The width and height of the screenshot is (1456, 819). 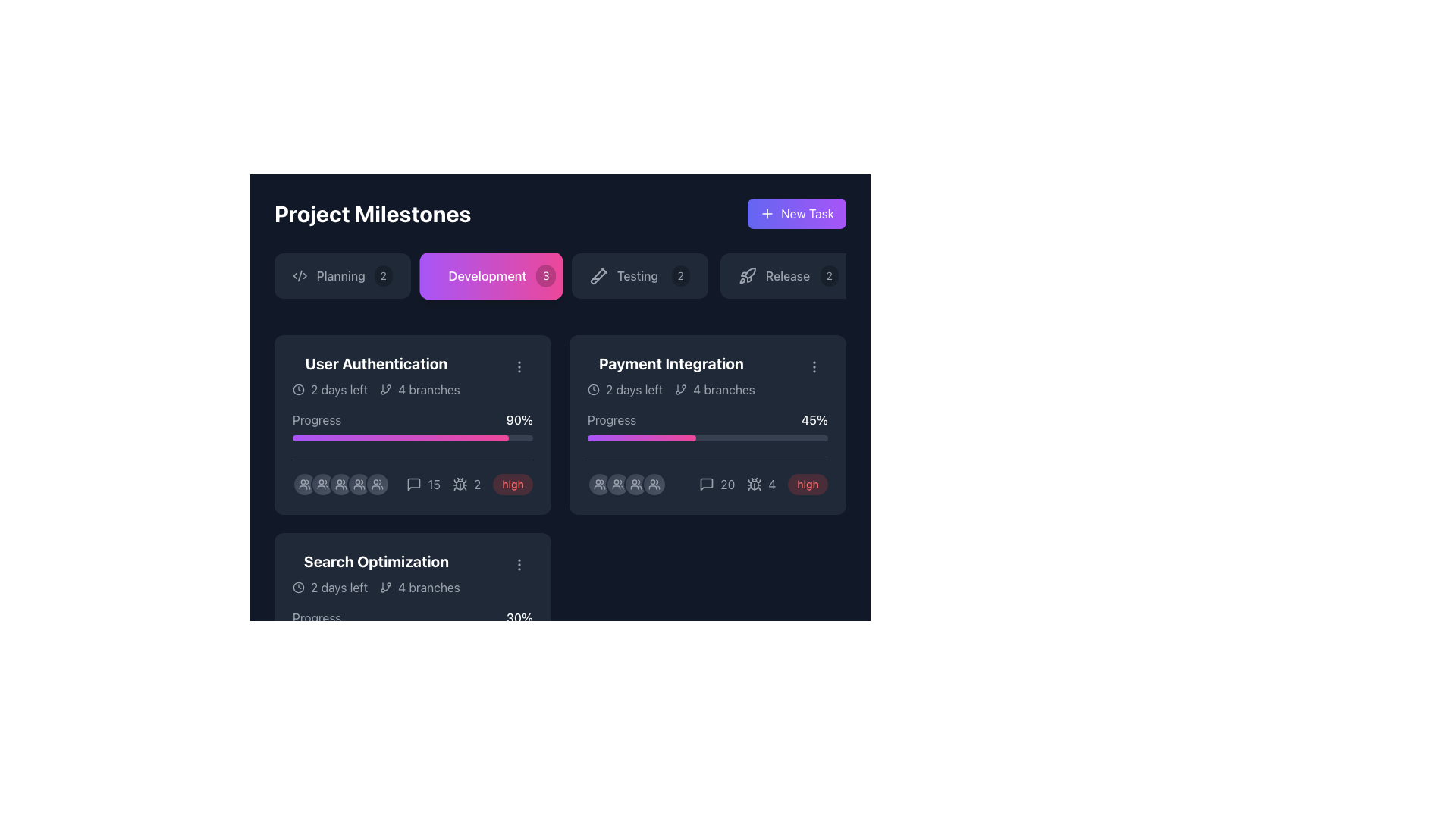 I want to click on progress percentage displayed on the progress bar labeled 'Progress' which shows '90%' on the right side, so click(x=413, y=426).